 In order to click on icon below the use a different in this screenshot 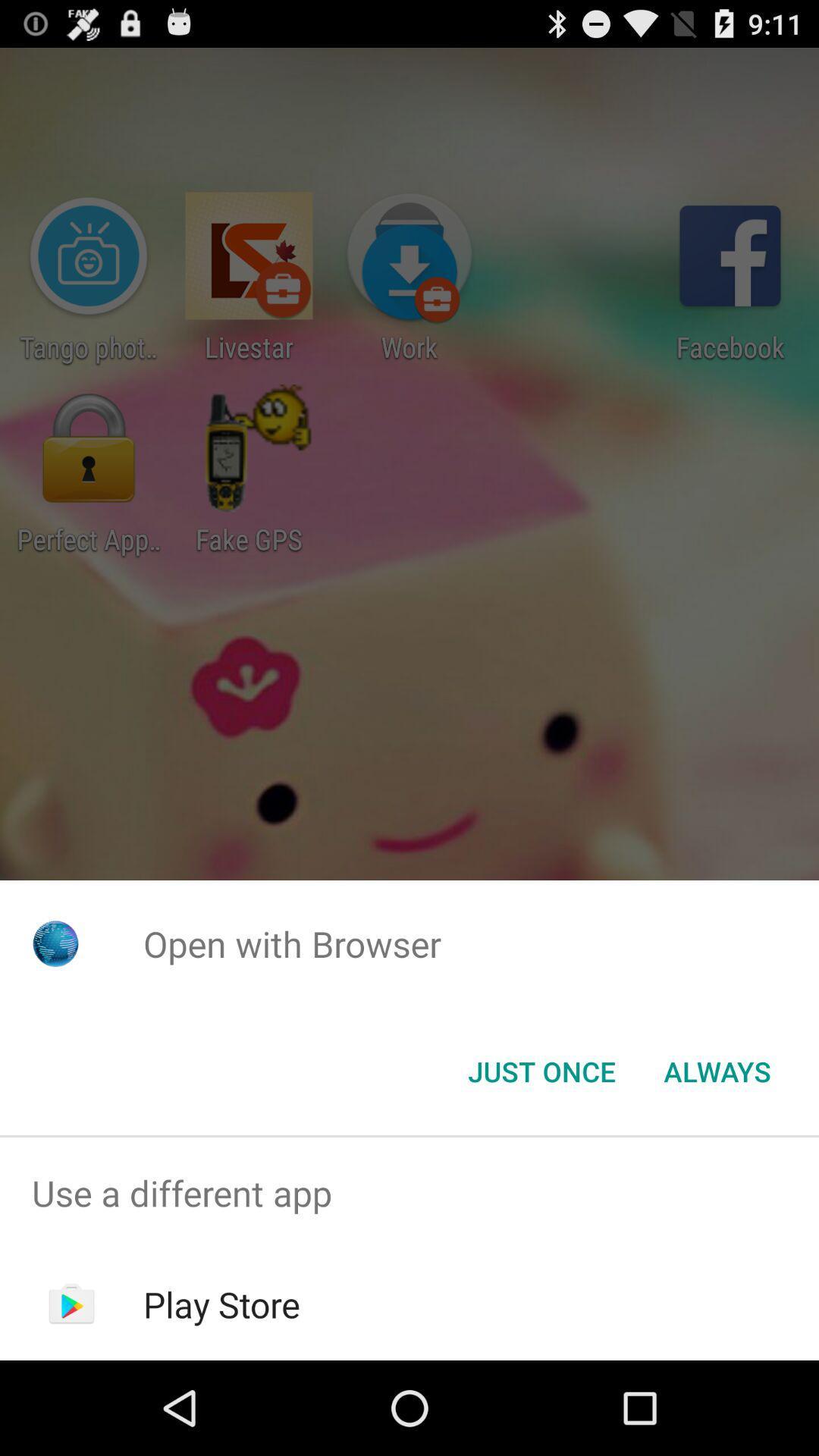, I will do `click(221, 1304)`.